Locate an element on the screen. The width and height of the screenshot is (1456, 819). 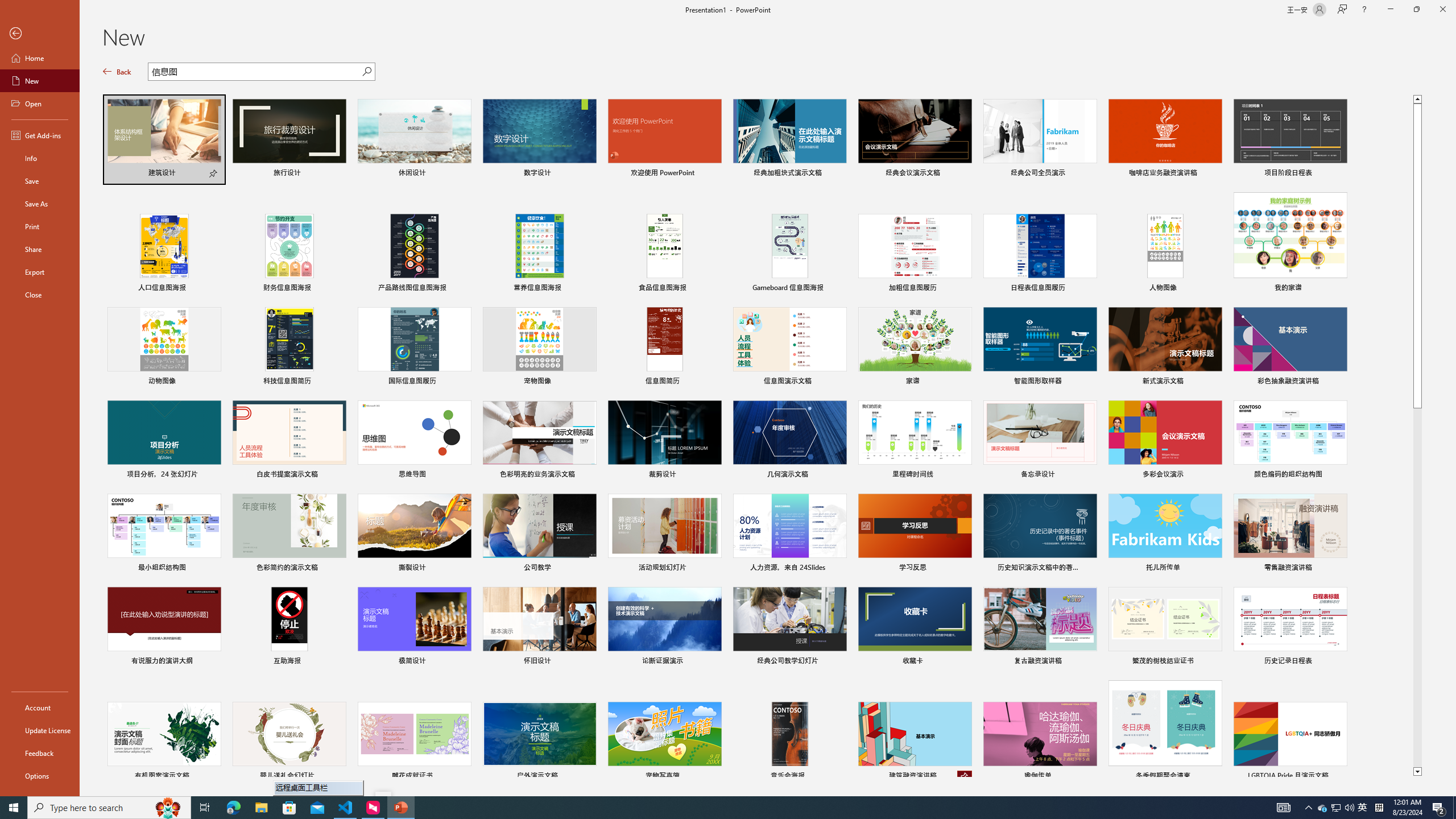
'Unpin from list' is located at coordinates (964, 776).